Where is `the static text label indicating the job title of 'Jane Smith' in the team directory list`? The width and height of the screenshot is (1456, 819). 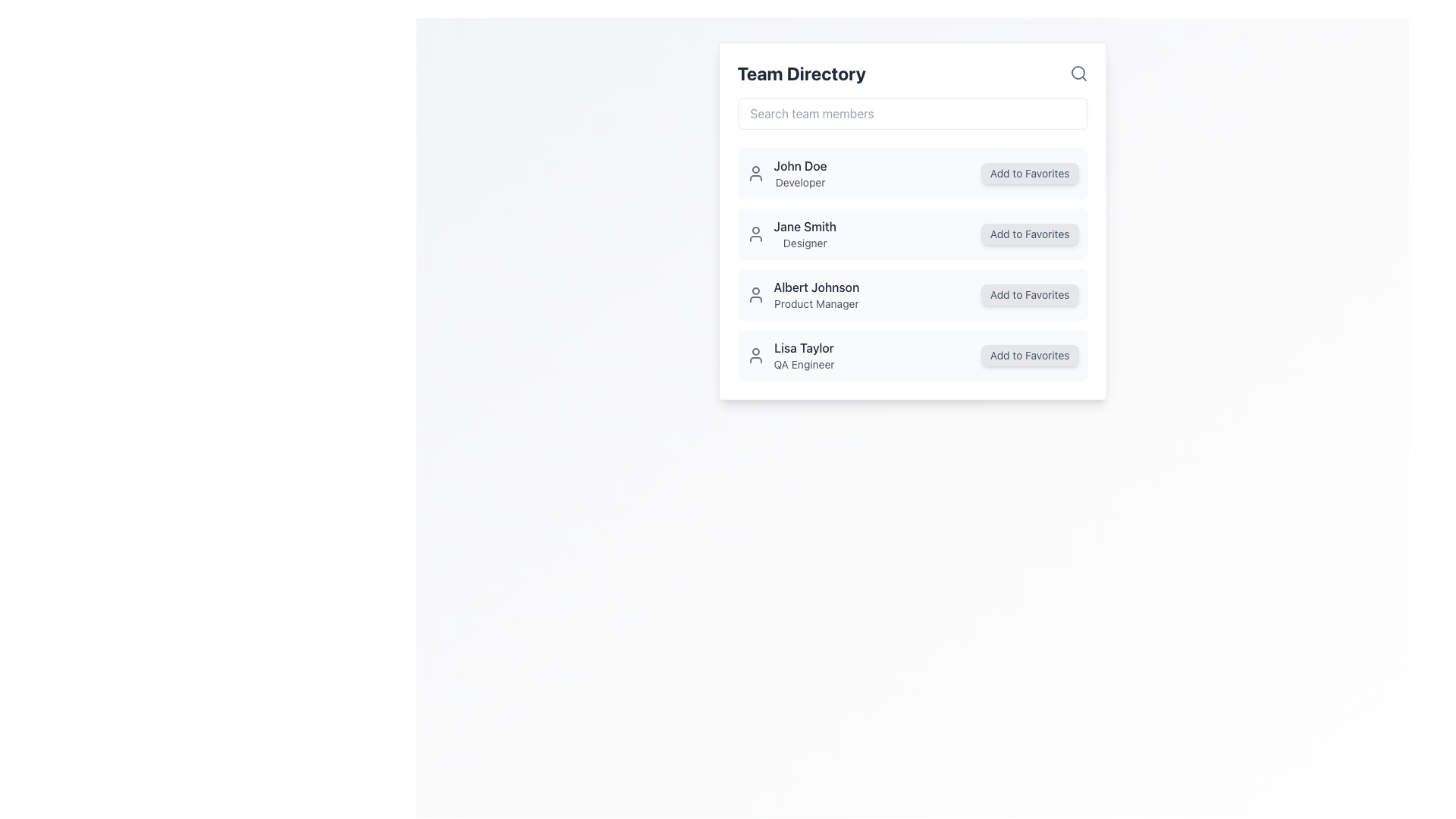 the static text label indicating the job title of 'Jane Smith' in the team directory list is located at coordinates (804, 242).